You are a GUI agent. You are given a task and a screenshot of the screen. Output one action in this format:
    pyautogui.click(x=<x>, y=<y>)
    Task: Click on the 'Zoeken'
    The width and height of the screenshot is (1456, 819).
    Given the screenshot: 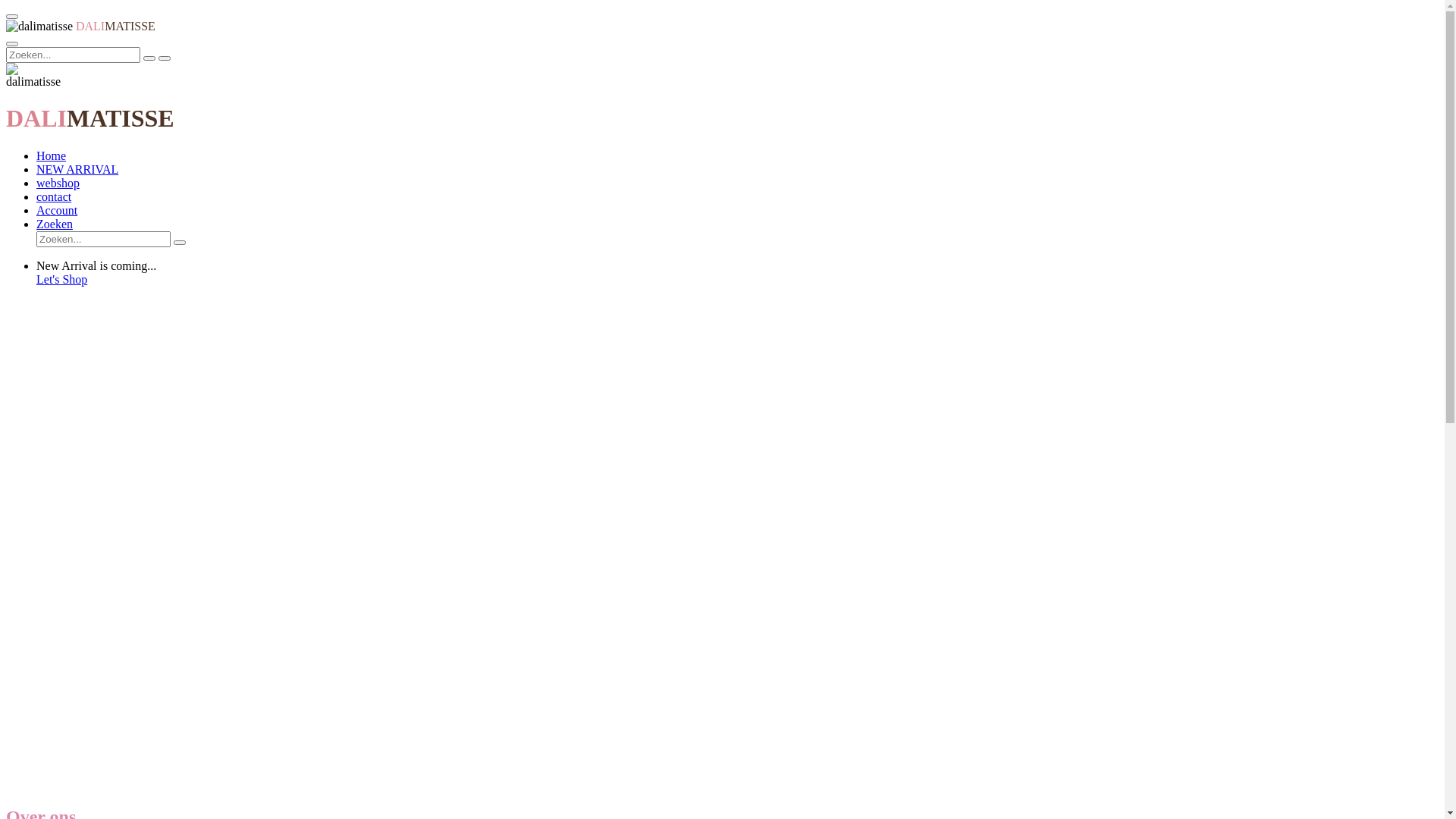 What is the action you would take?
    pyautogui.click(x=55, y=224)
    